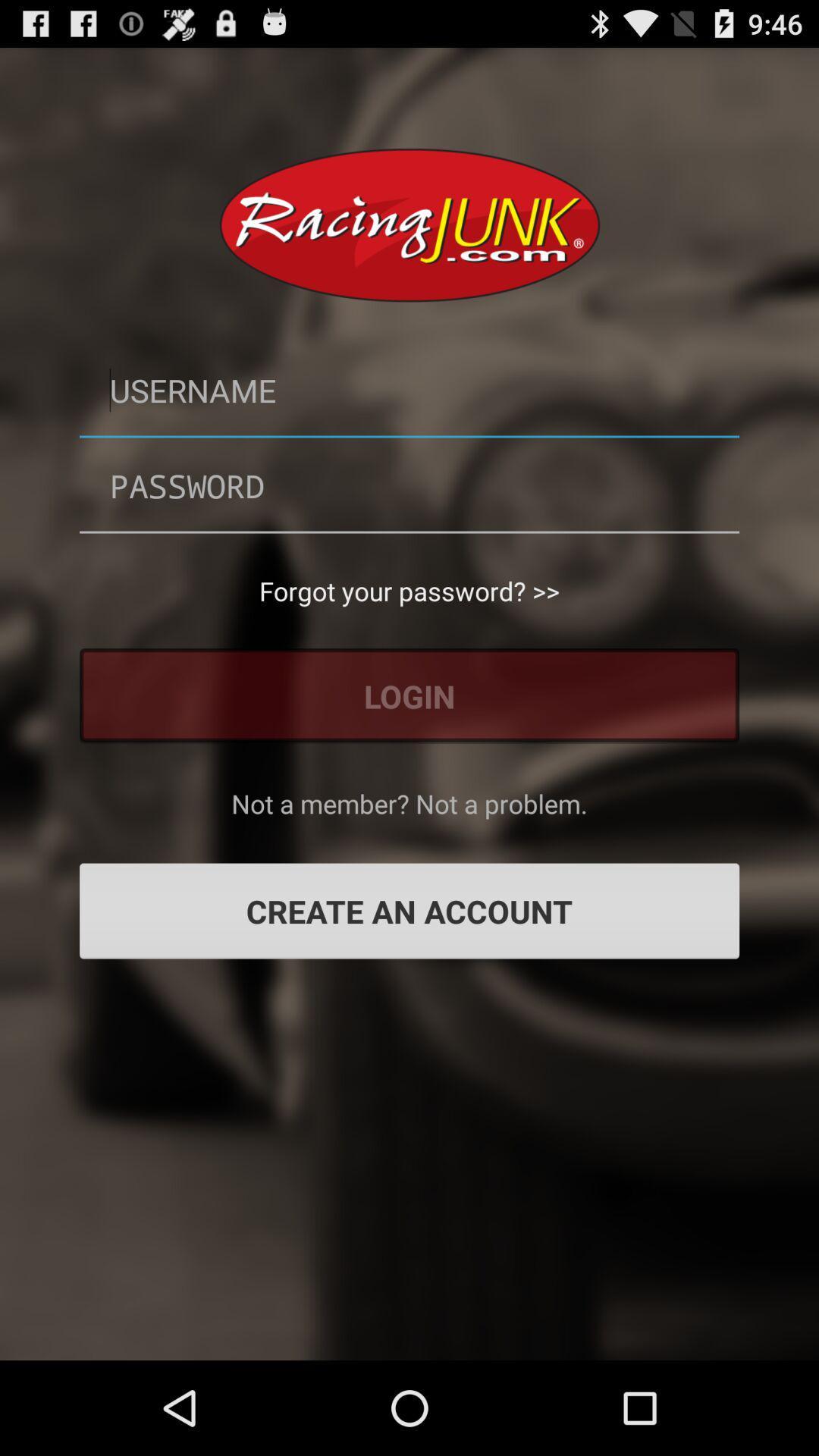 This screenshot has width=819, height=1456. Describe the element at coordinates (409, 390) in the screenshot. I see `user enter name option` at that location.